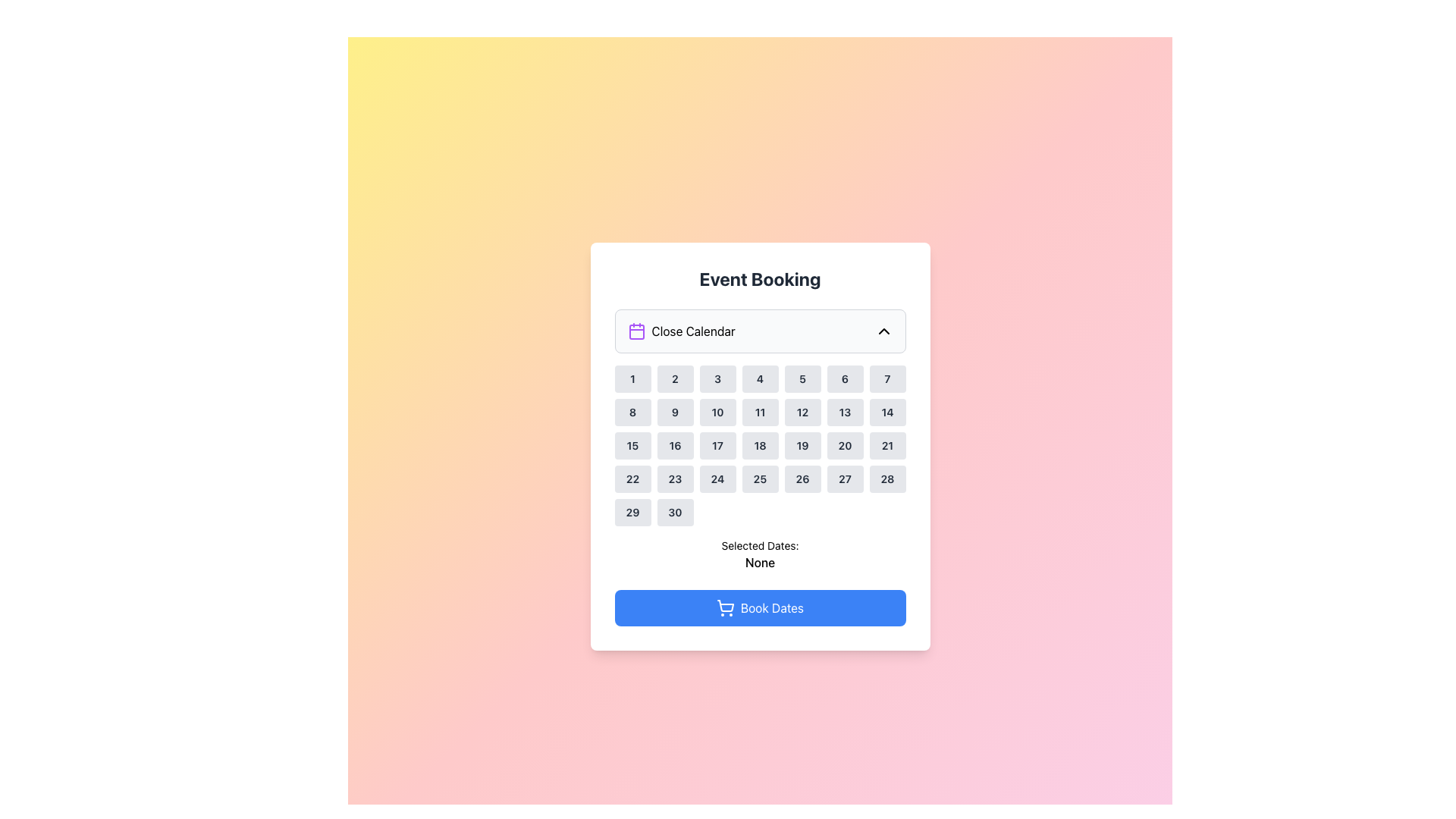 The height and width of the screenshot is (819, 1456). What do you see at coordinates (717, 412) in the screenshot?
I see `the button representing the 10th day of the month in the Event Booking calendar grid` at bounding box center [717, 412].